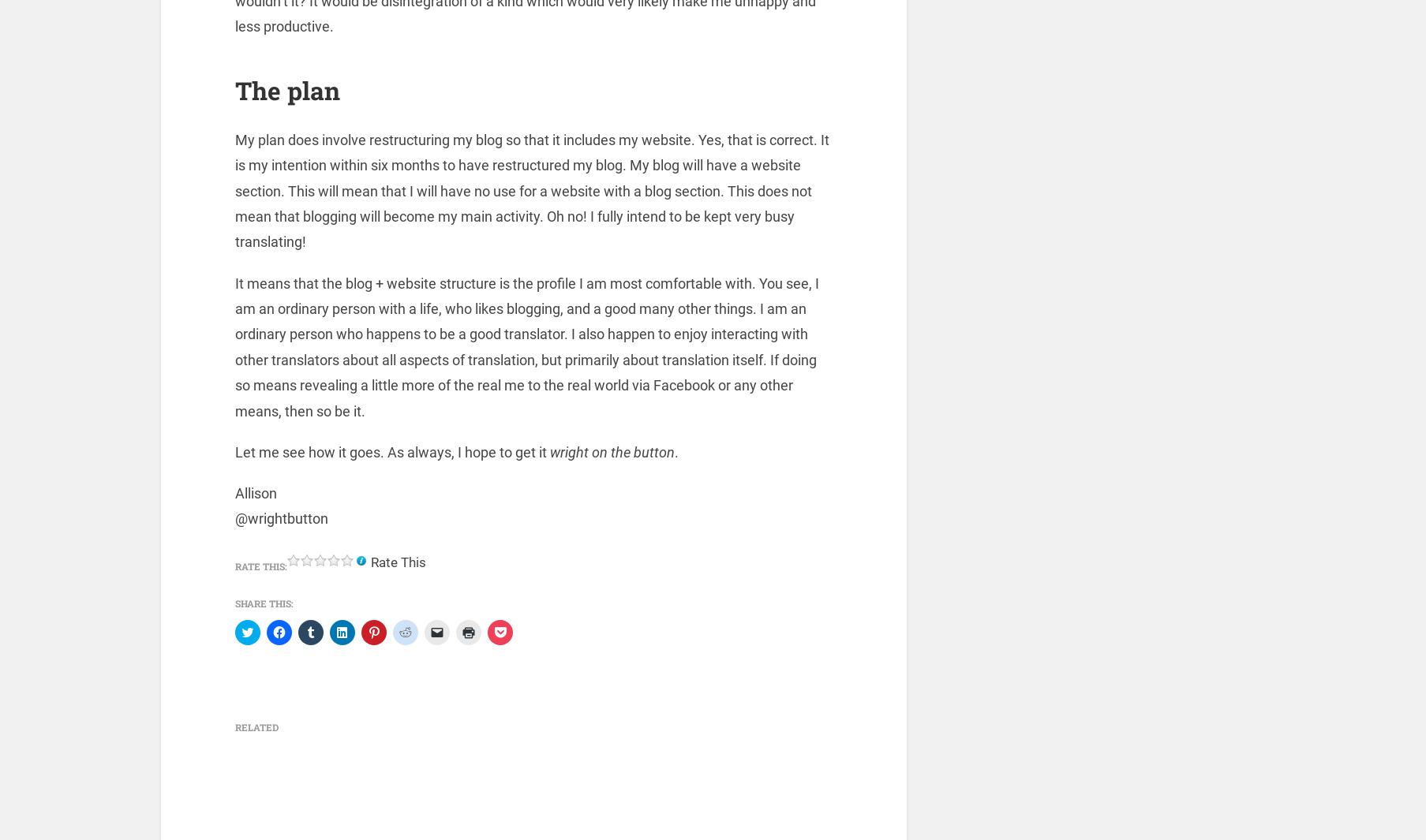 Image resolution: width=1426 pixels, height=840 pixels. I want to click on 'Rate this:', so click(261, 569).